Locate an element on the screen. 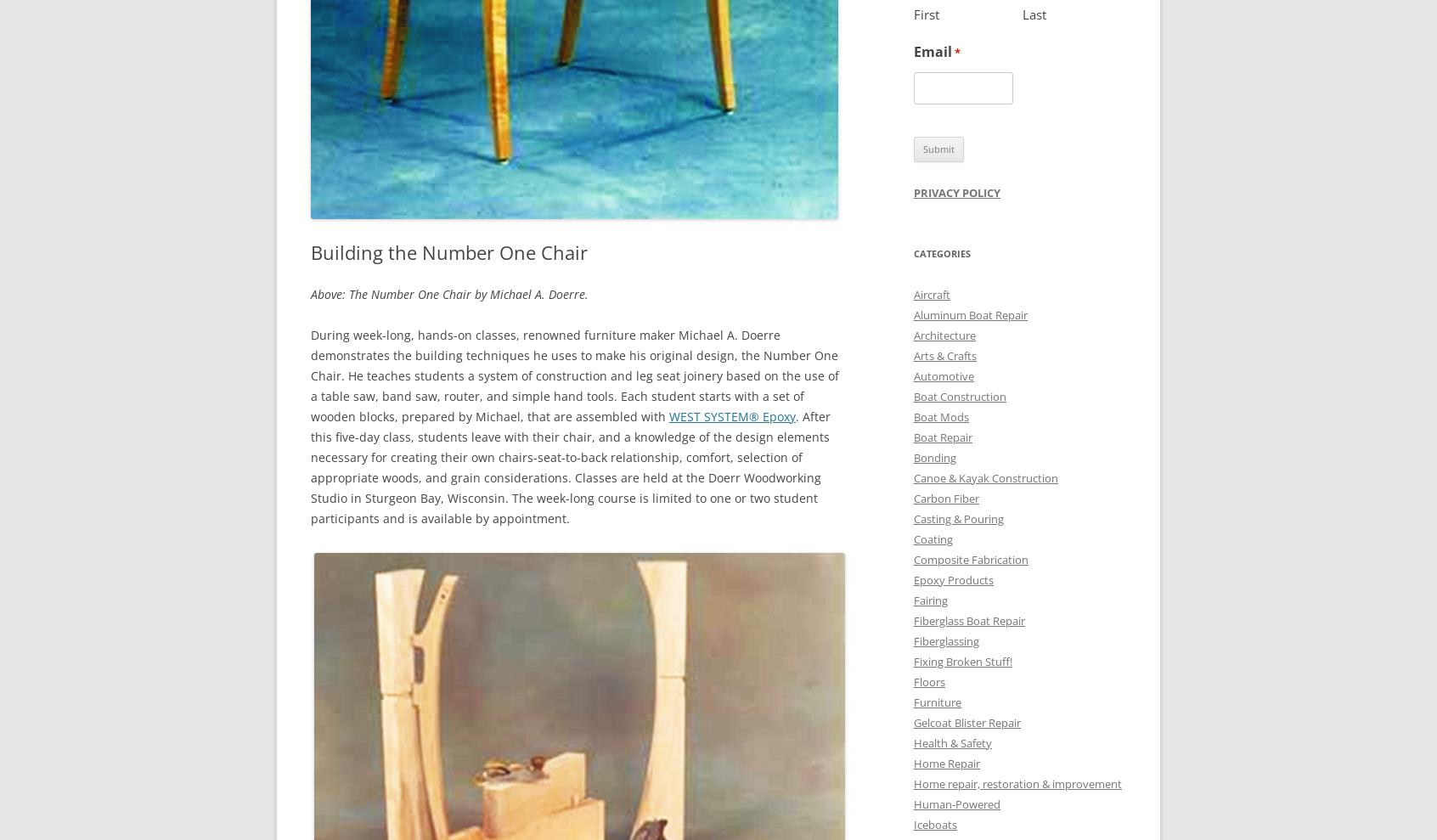 This screenshot has width=1437, height=840. 'Architecture' is located at coordinates (944, 335).